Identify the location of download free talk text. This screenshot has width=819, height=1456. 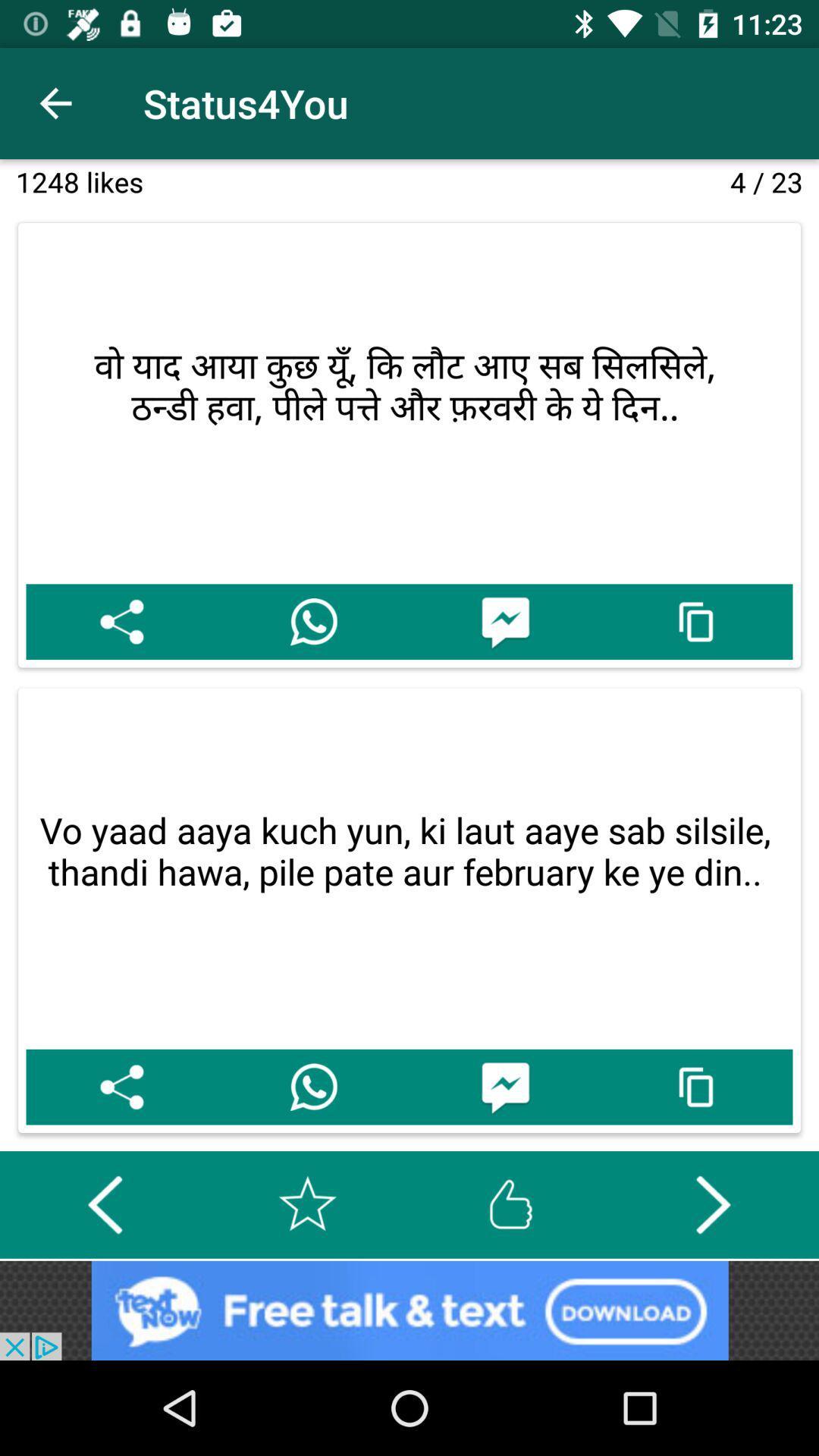
(409, 1310).